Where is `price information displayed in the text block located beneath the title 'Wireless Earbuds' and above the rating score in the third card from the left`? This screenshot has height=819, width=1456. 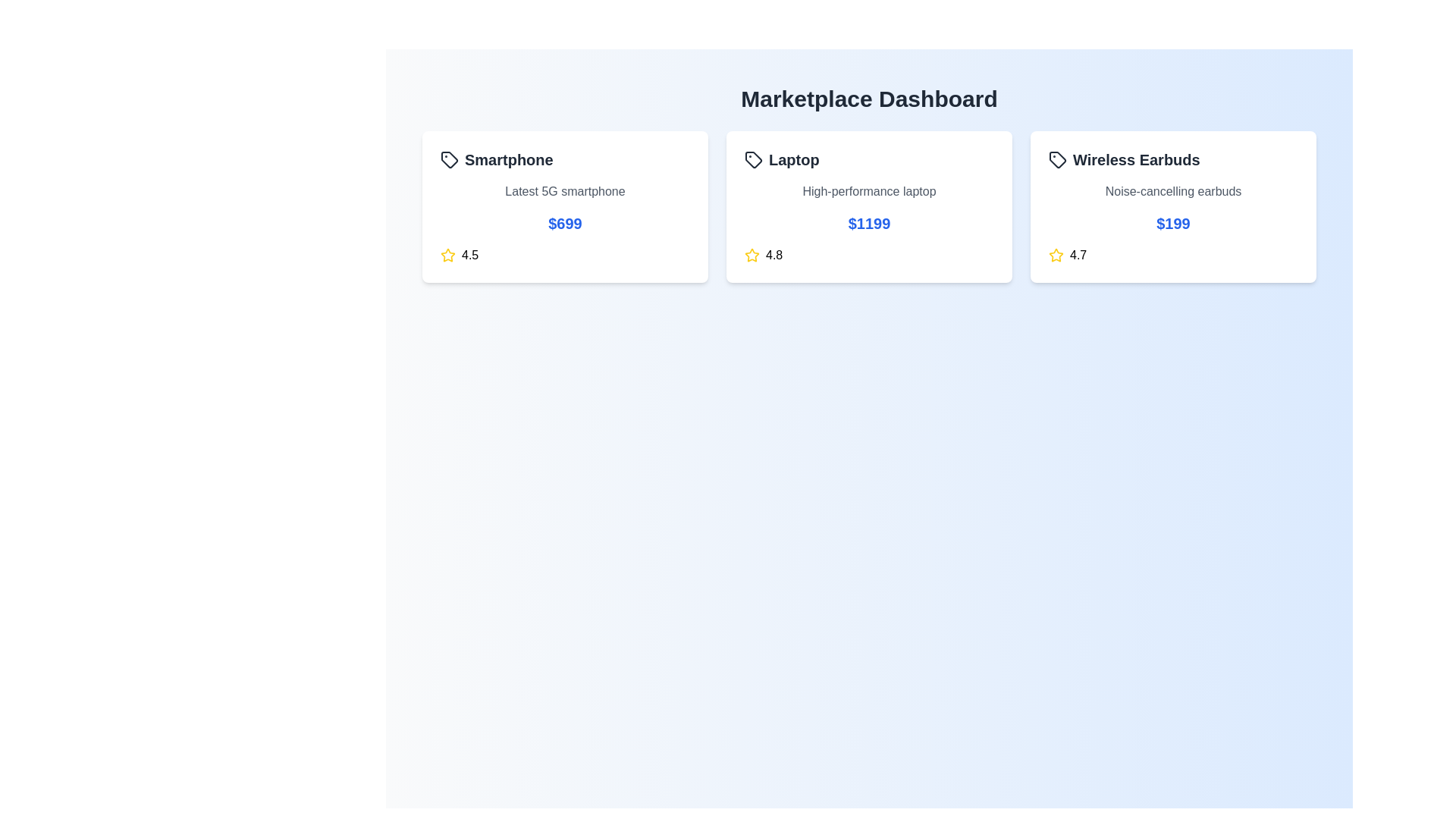 price information displayed in the text block located beneath the title 'Wireless Earbuds' and above the rating score in the third card from the left is located at coordinates (1172, 223).